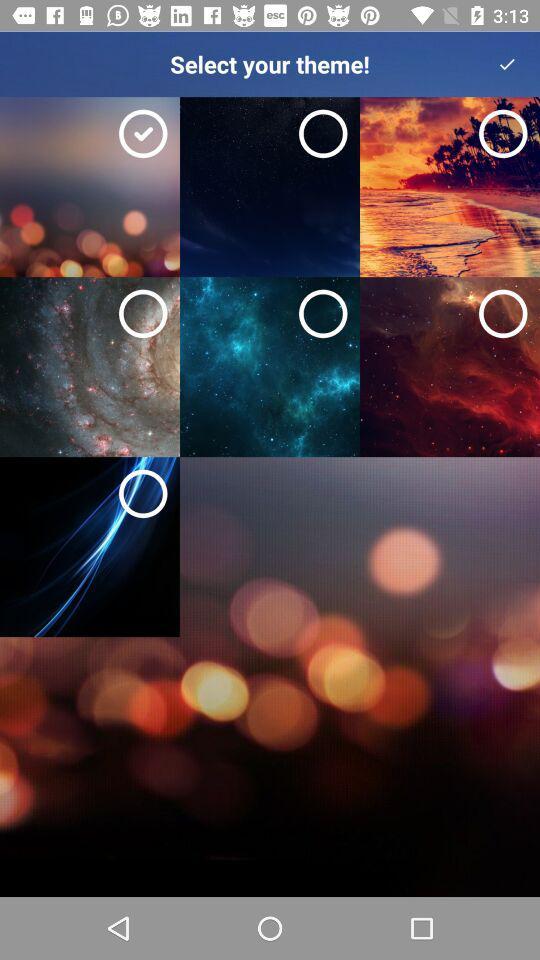 This screenshot has width=540, height=960. What do you see at coordinates (507, 64) in the screenshot?
I see `the check icon` at bounding box center [507, 64].